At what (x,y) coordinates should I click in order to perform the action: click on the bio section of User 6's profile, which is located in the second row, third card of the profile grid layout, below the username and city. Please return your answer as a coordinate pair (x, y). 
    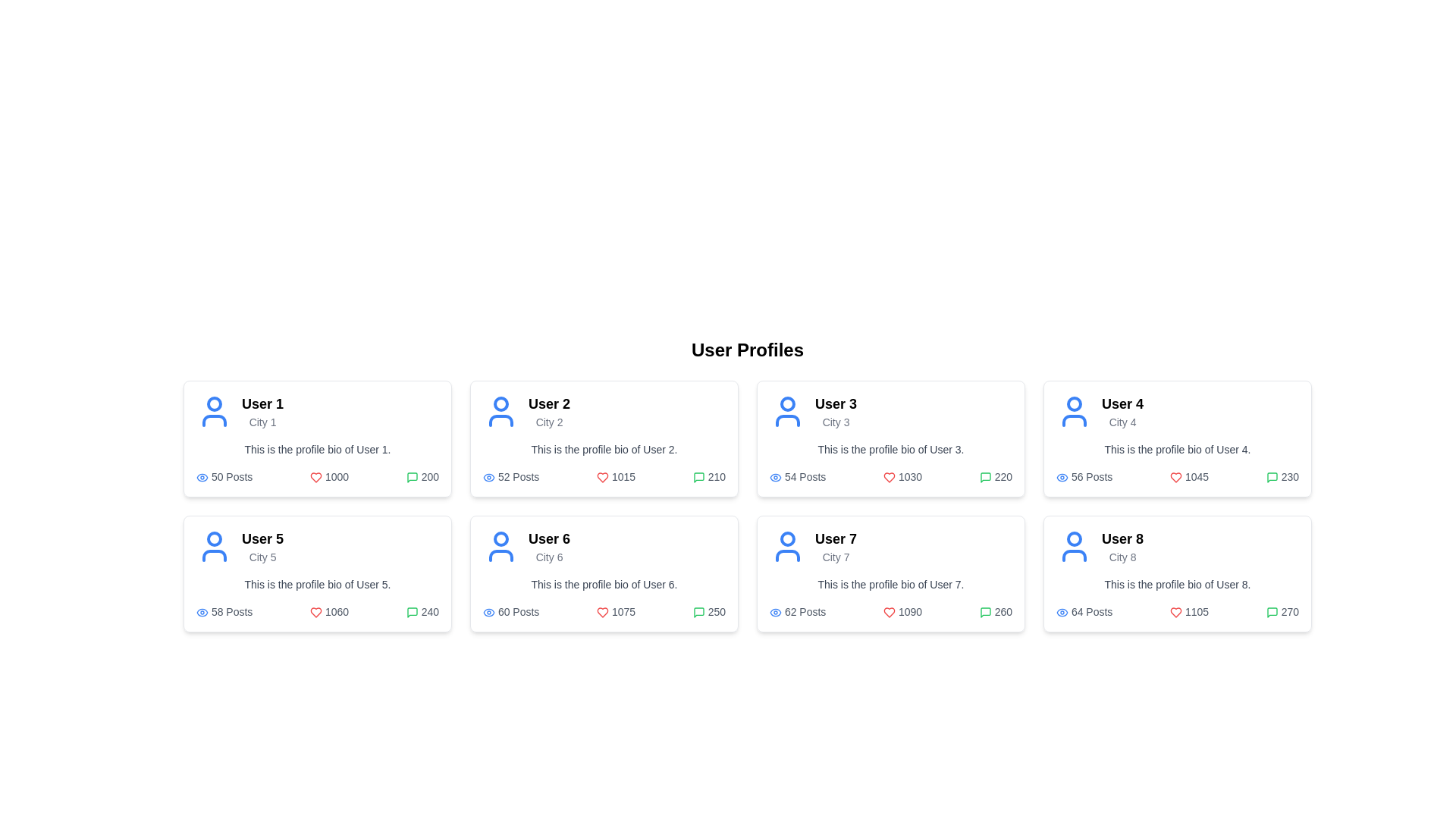
    Looking at the image, I should click on (603, 584).